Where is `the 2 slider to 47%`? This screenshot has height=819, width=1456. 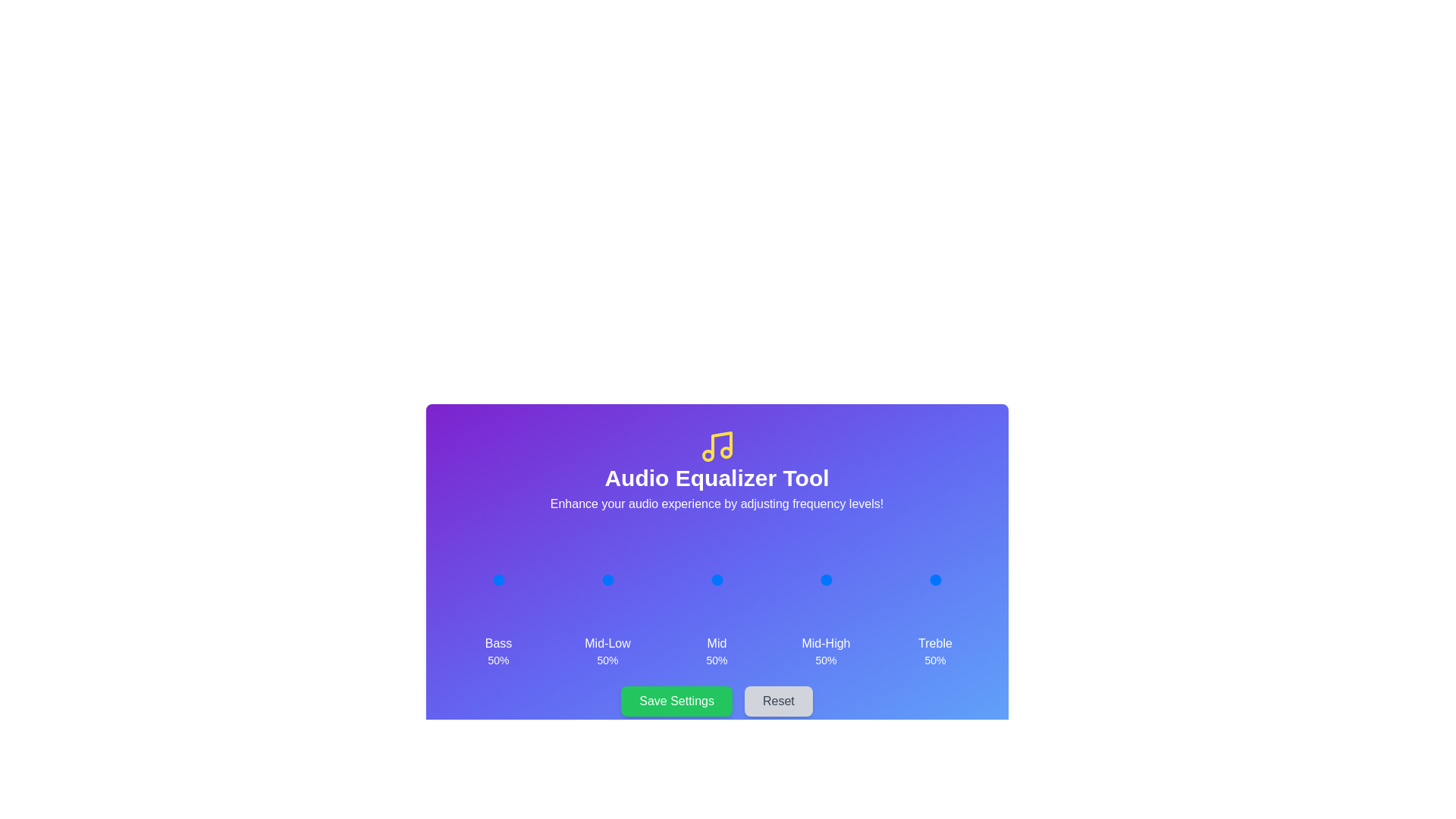 the 2 slider to 47% is located at coordinates (714, 579).